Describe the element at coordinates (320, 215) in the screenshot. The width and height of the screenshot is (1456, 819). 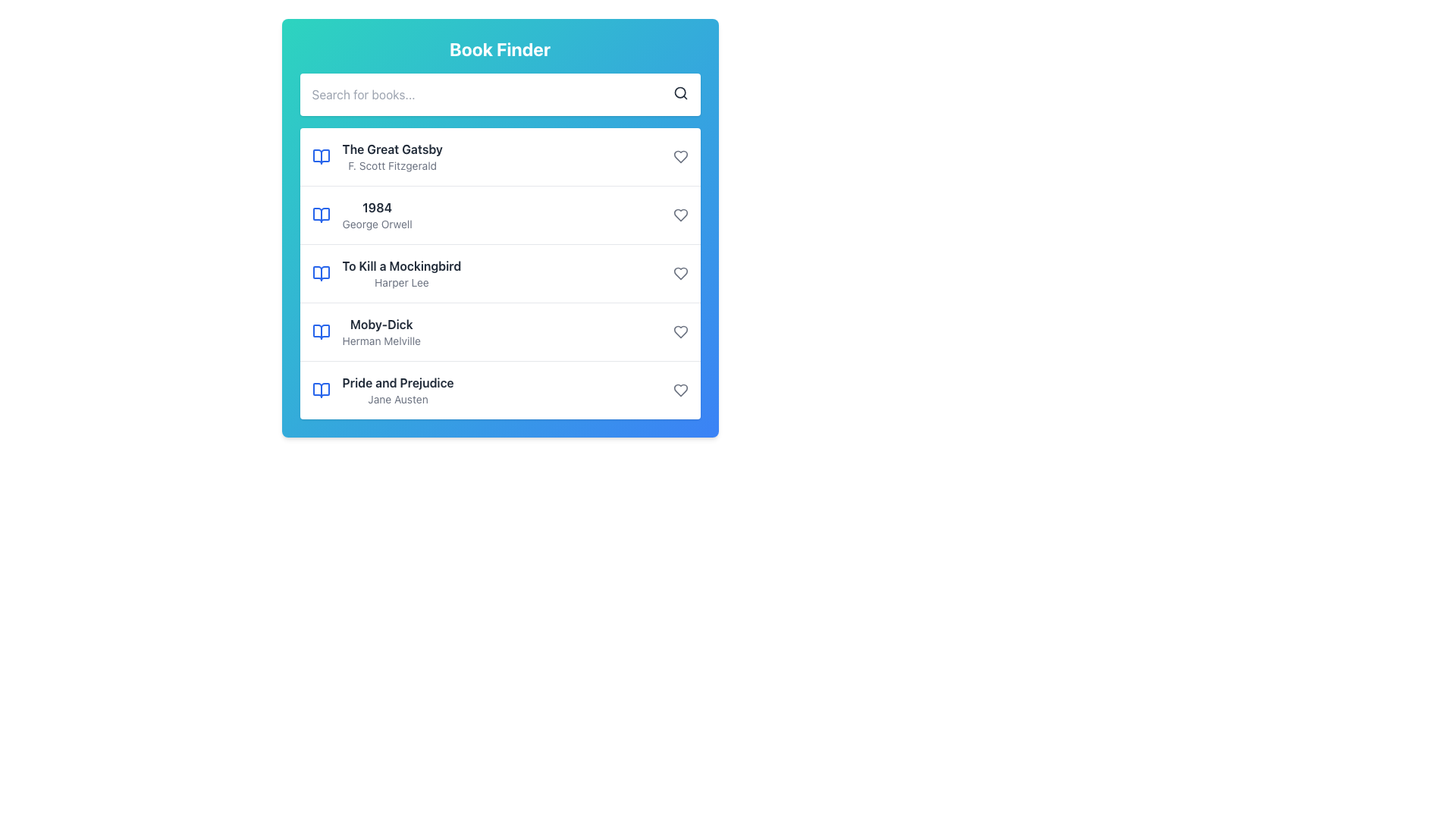
I see `the vector graphic representing a book, located to the left of the text '1984' by George Orwell in the vertical list of book items` at that location.